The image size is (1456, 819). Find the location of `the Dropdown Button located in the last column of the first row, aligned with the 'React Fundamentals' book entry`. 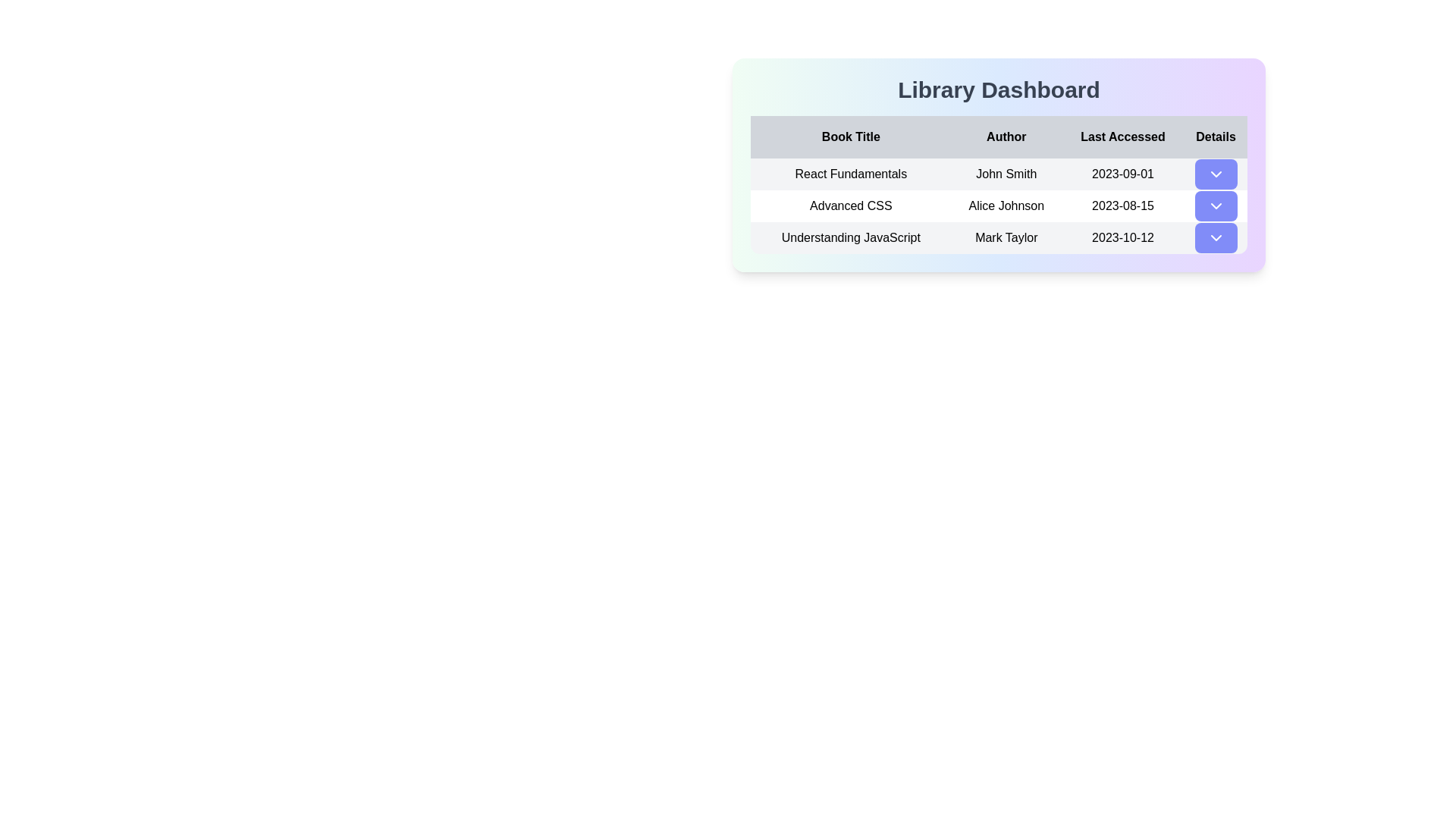

the Dropdown Button located in the last column of the first row, aligned with the 'React Fundamentals' book entry is located at coordinates (1216, 174).